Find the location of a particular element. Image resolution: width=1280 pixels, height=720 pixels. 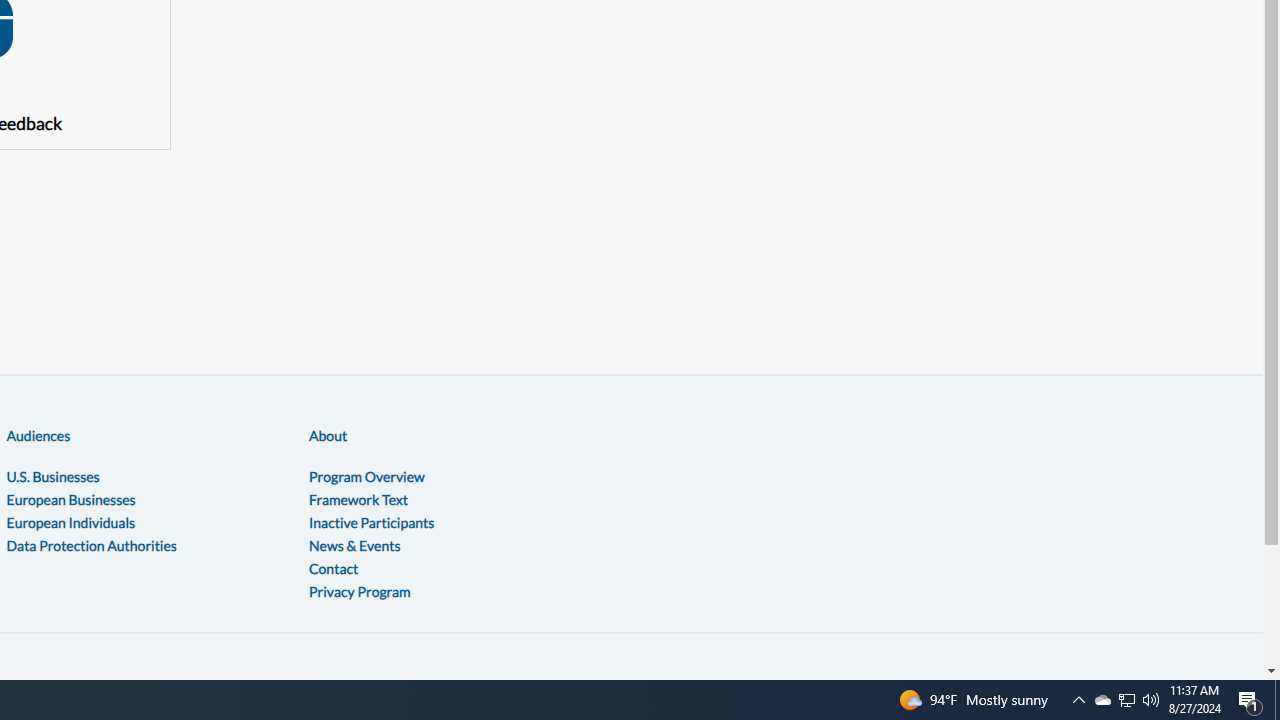

'Contact' is located at coordinates (333, 567).